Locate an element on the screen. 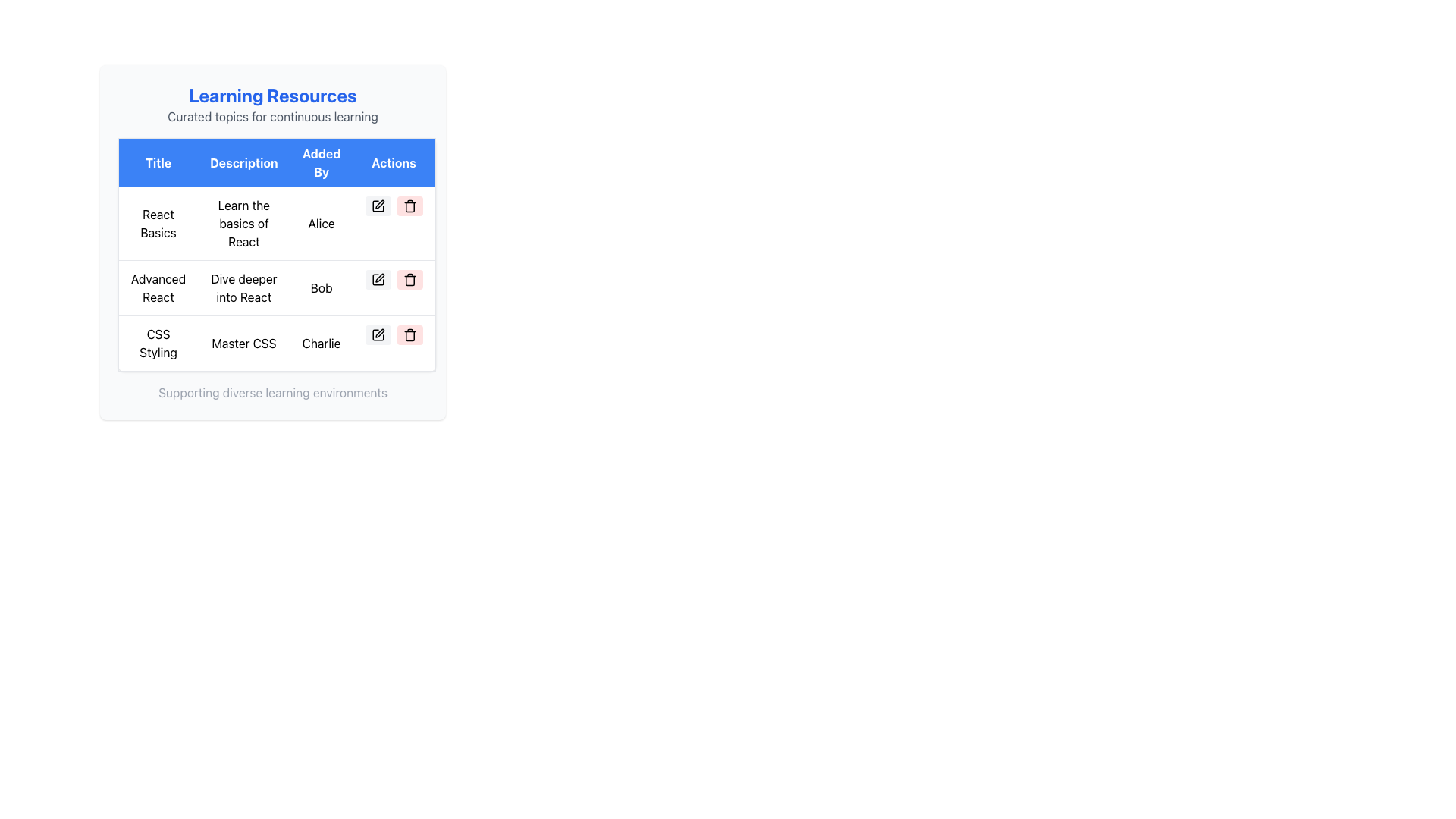  the text label that serves as the first column header indicating titles in the table's header row is located at coordinates (158, 162).